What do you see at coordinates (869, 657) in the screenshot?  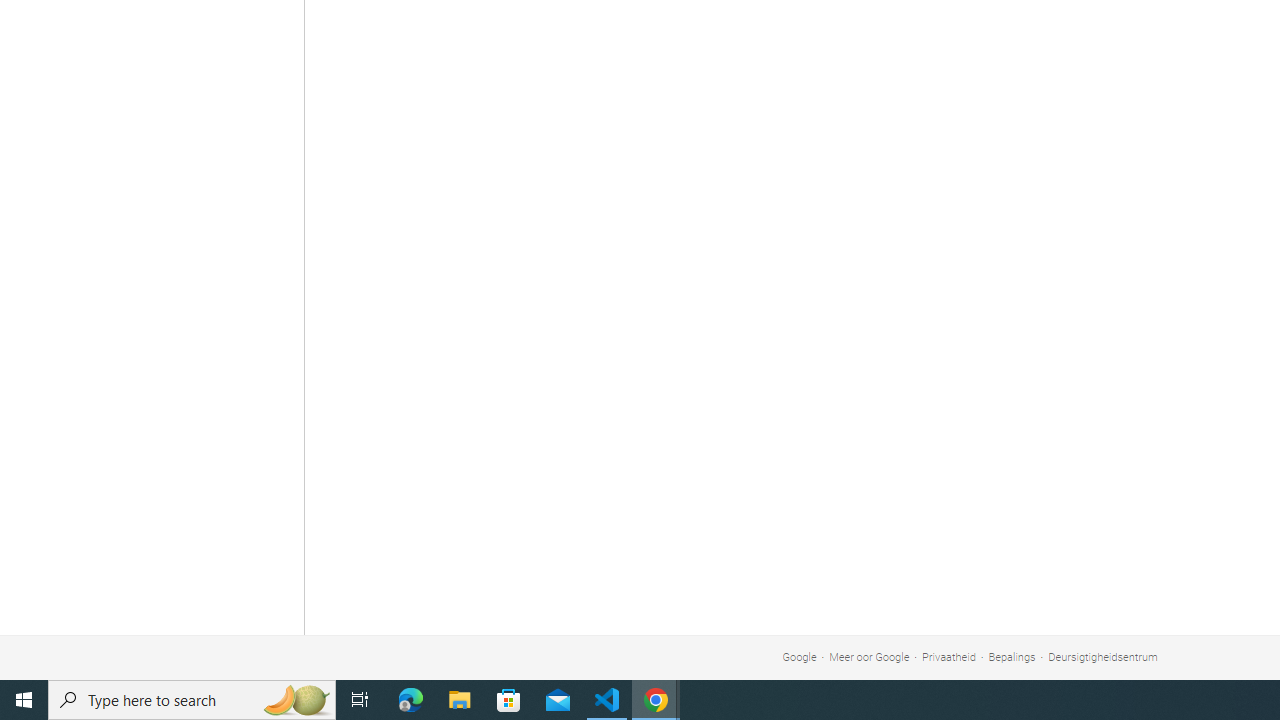 I see `'Meer oor Google'` at bounding box center [869, 657].